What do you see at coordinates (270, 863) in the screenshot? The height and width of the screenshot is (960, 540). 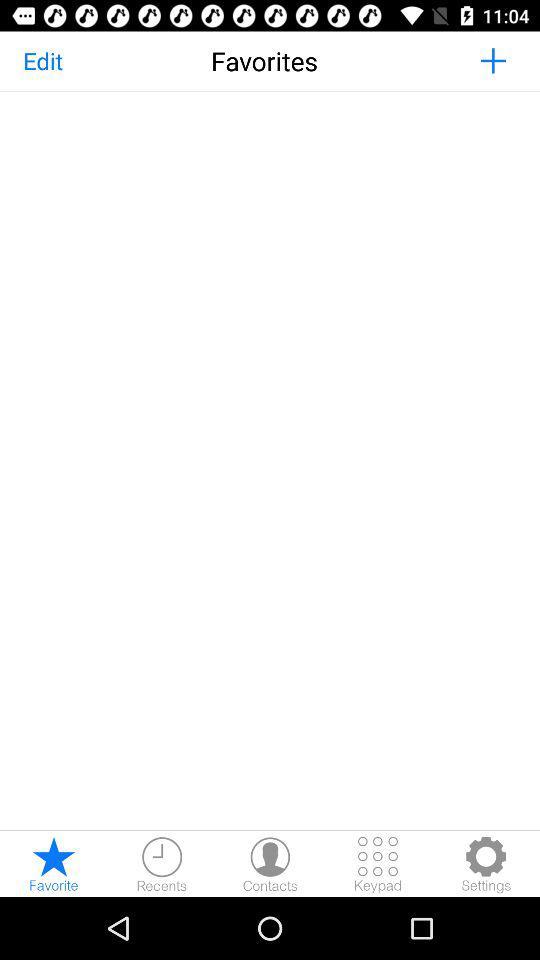 I see `see the contact list` at bounding box center [270, 863].